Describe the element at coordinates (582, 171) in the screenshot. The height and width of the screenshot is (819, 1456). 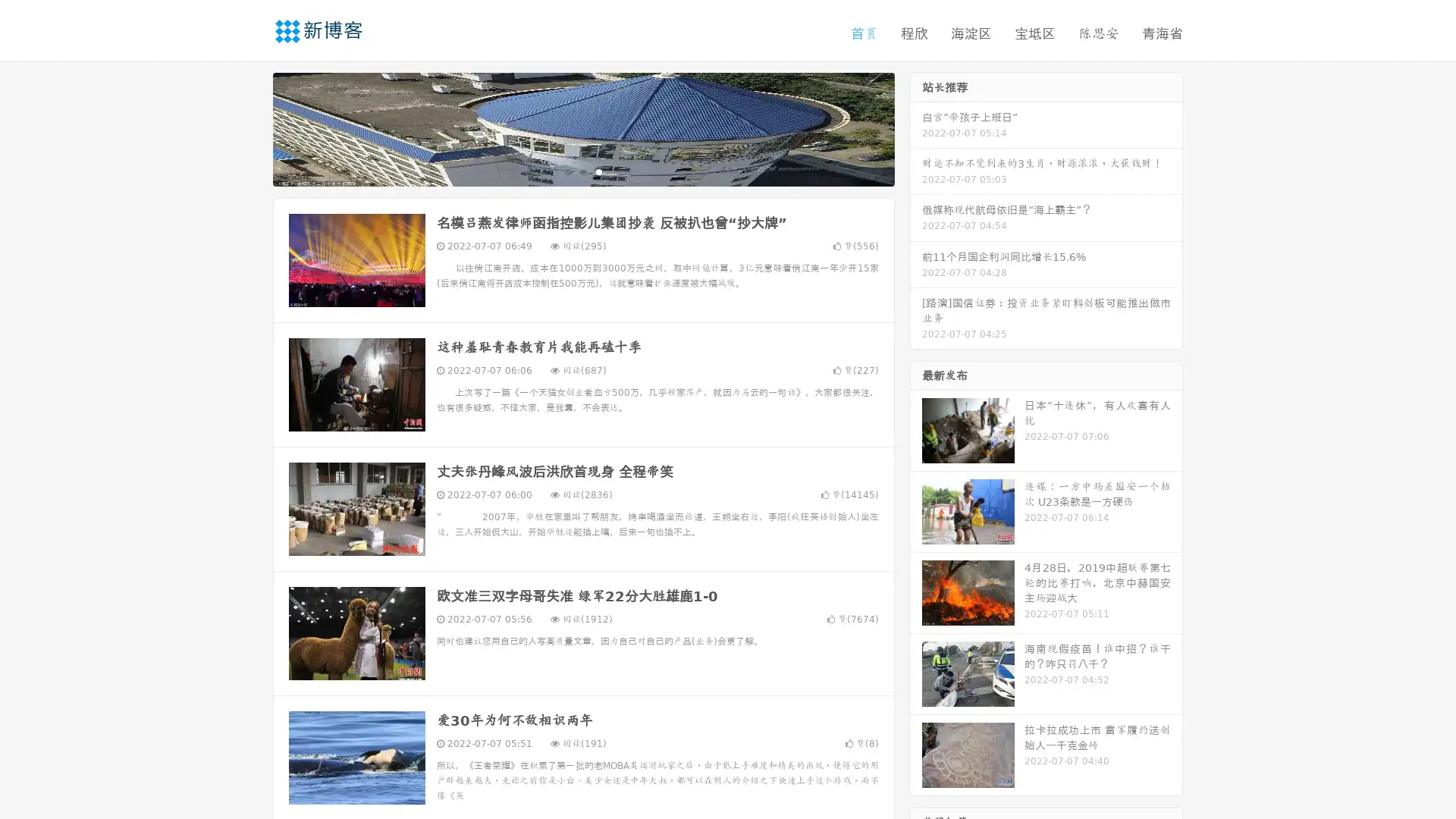
I see `Go to slide 2` at that location.